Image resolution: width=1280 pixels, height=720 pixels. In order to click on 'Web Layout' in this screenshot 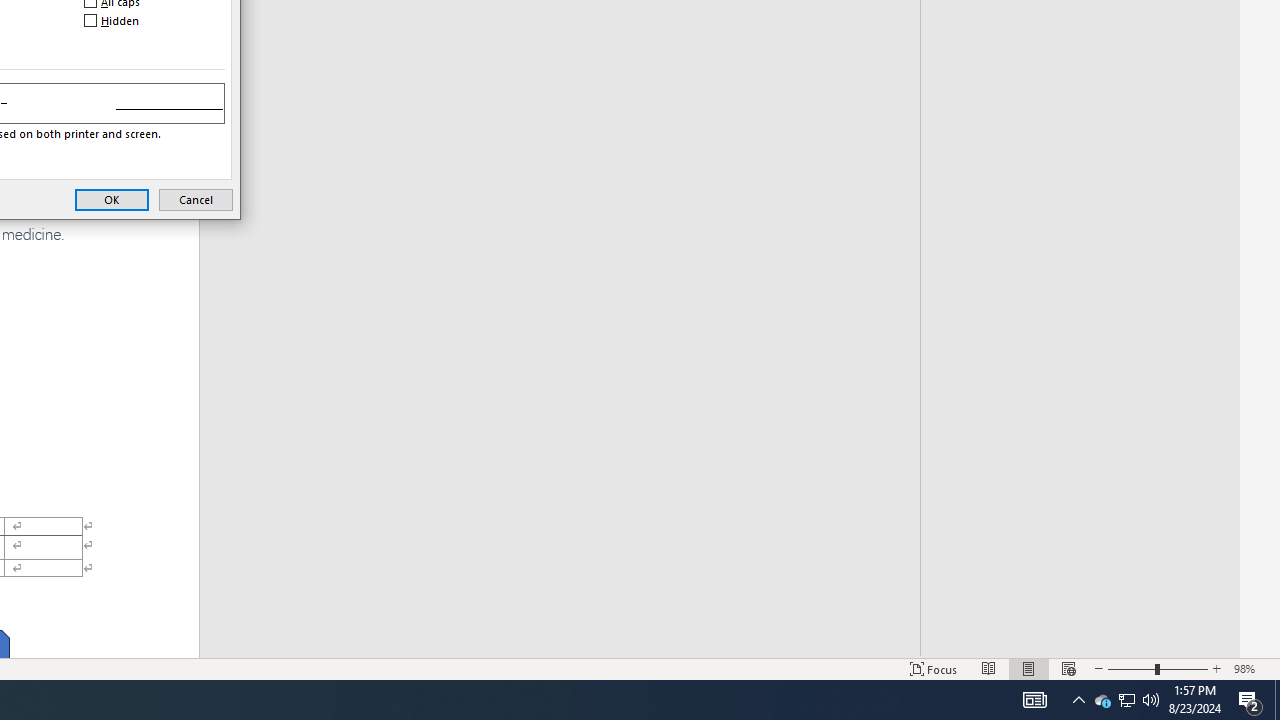, I will do `click(1068, 669)`.